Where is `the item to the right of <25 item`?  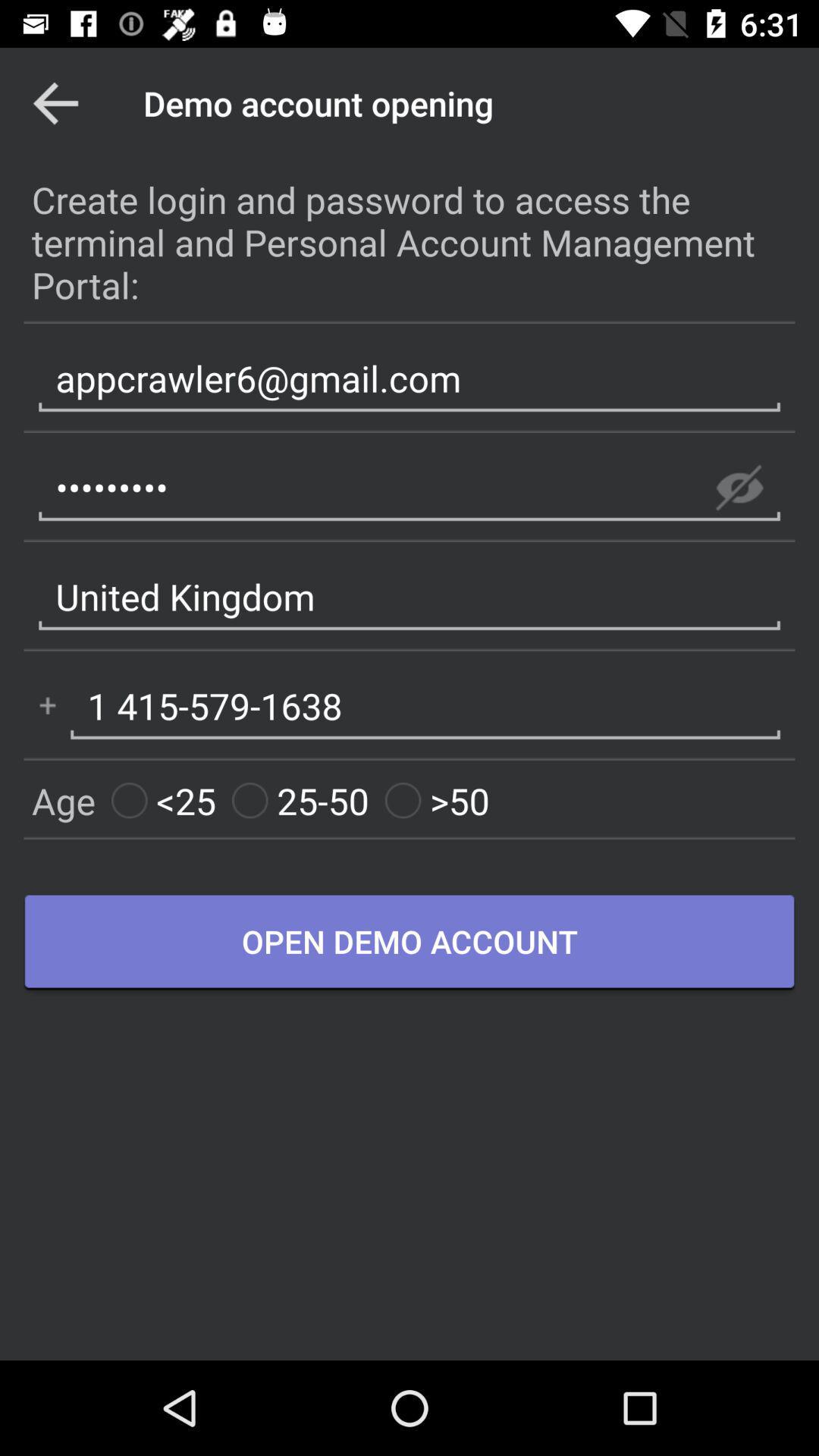
the item to the right of <25 item is located at coordinates (300, 800).